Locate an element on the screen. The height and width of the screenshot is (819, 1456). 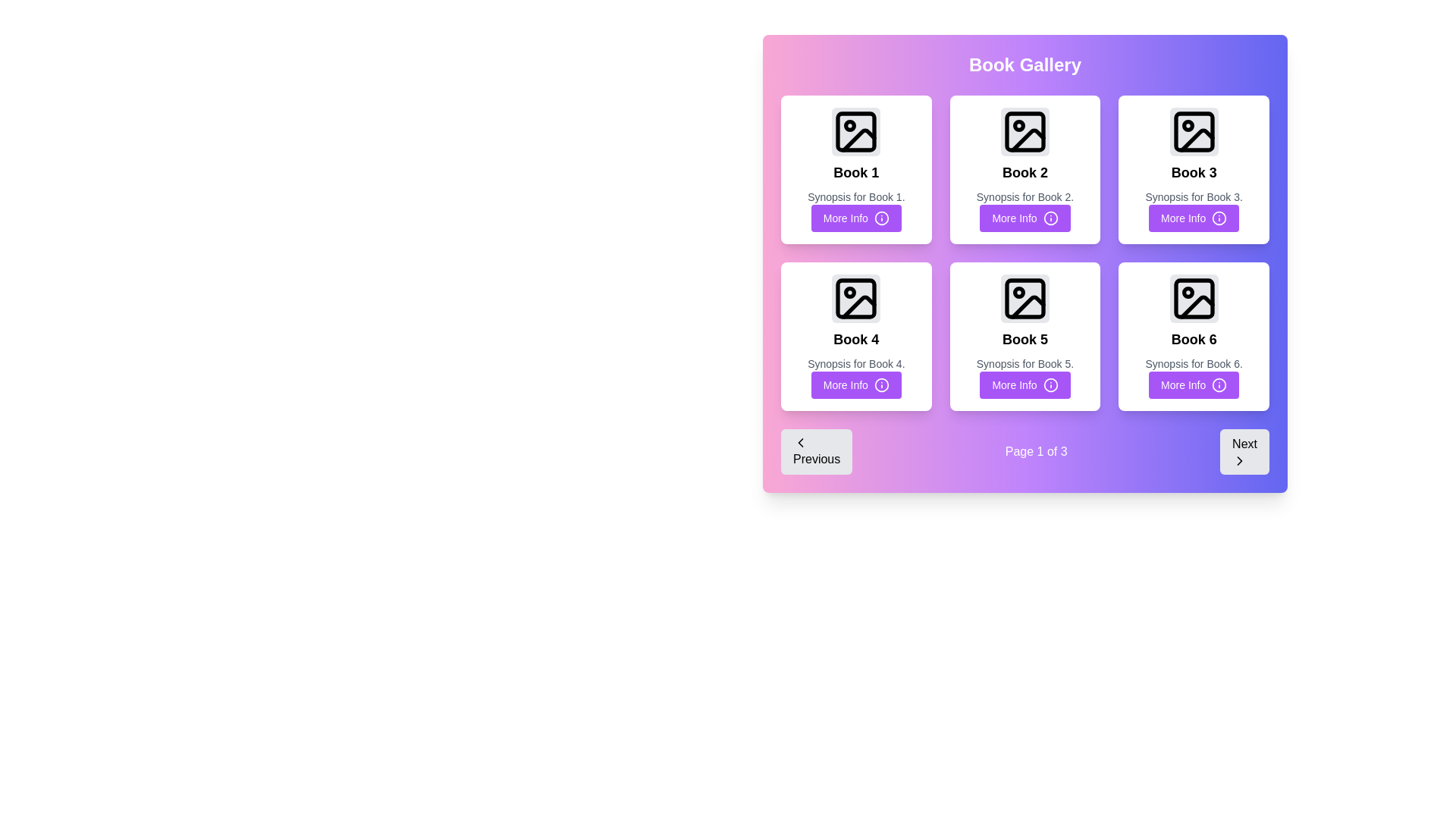
the Chevron Right icon located at the bottom-right corner of the 'Next' button to indicate navigation to the next page or section is located at coordinates (1240, 460).